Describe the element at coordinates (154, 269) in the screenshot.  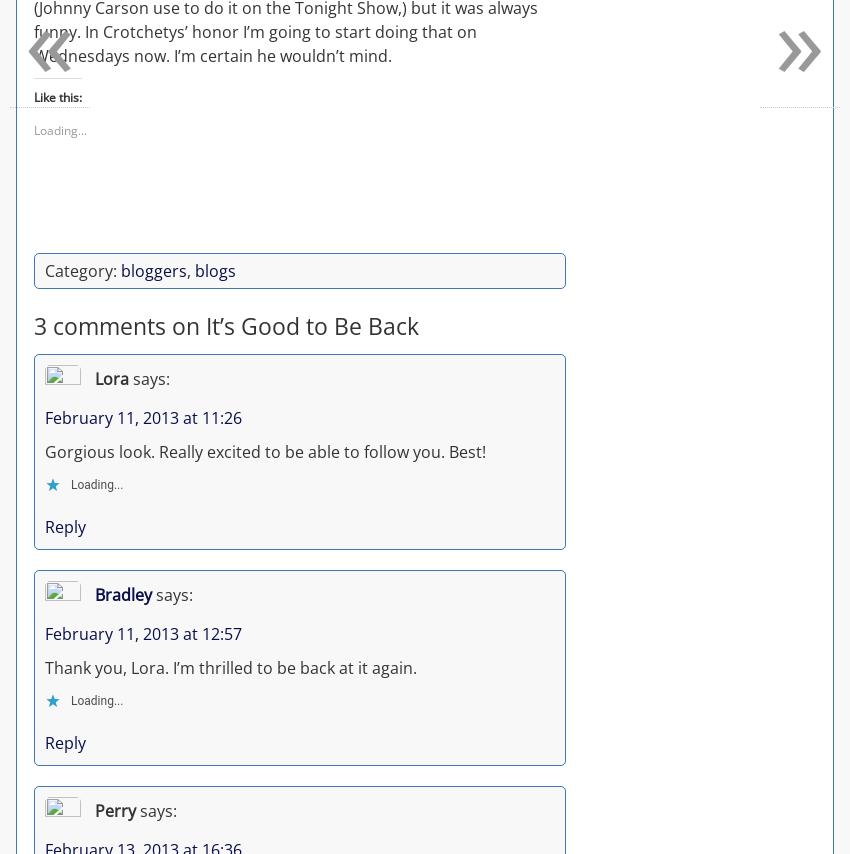
I see `'bloggers'` at that location.